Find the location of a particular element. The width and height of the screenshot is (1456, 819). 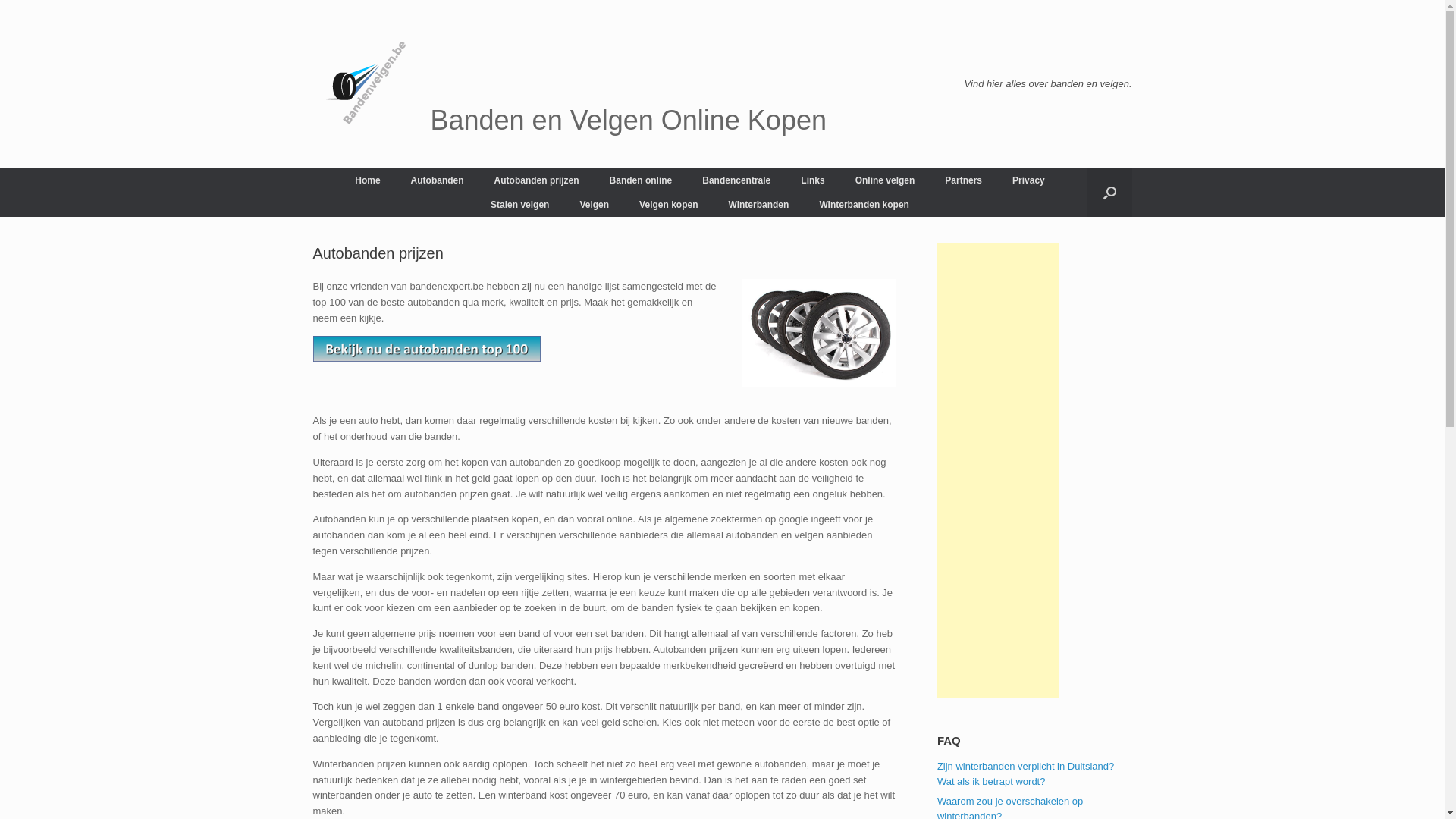

'Winterbanden' is located at coordinates (712, 205).